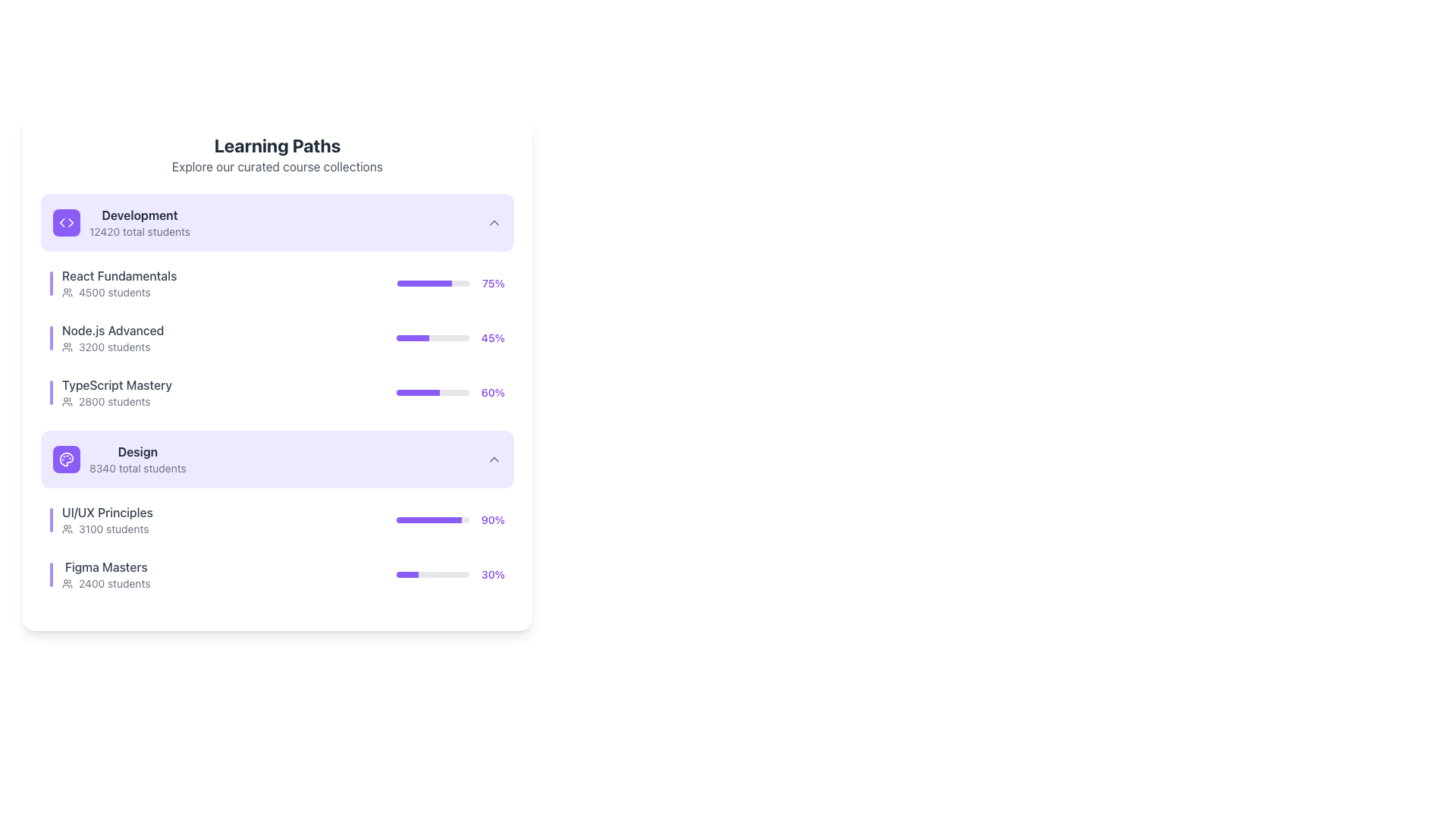  What do you see at coordinates (65, 458) in the screenshot?
I see `the 'Design' category icon located within the violet rectangle, to the left of the text 'Design'` at bounding box center [65, 458].